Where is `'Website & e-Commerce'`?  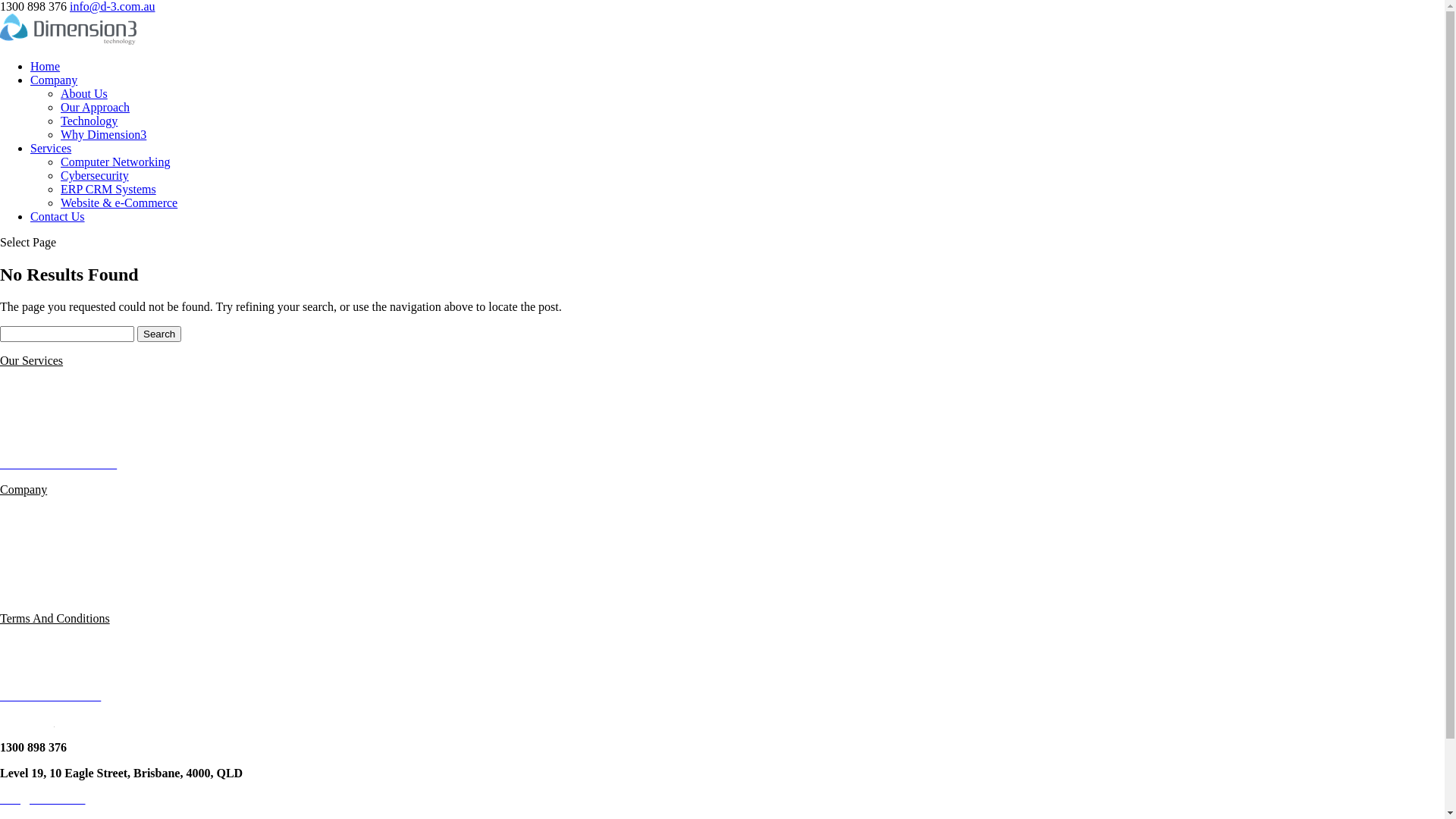
'Website & e-Commerce' is located at coordinates (61, 202).